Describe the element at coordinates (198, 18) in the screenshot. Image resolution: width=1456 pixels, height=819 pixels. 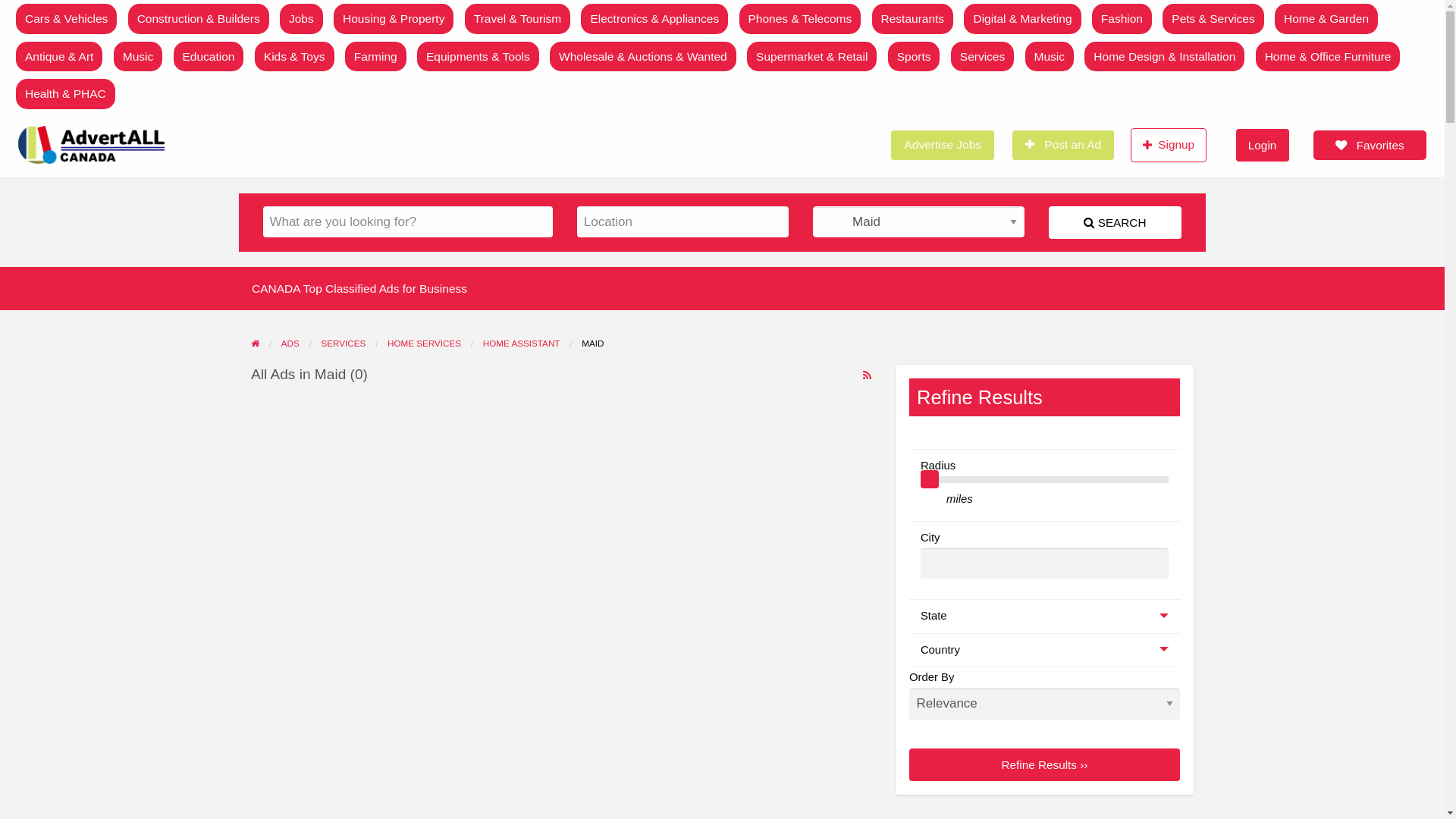
I see `'Construction & Builders'` at that location.